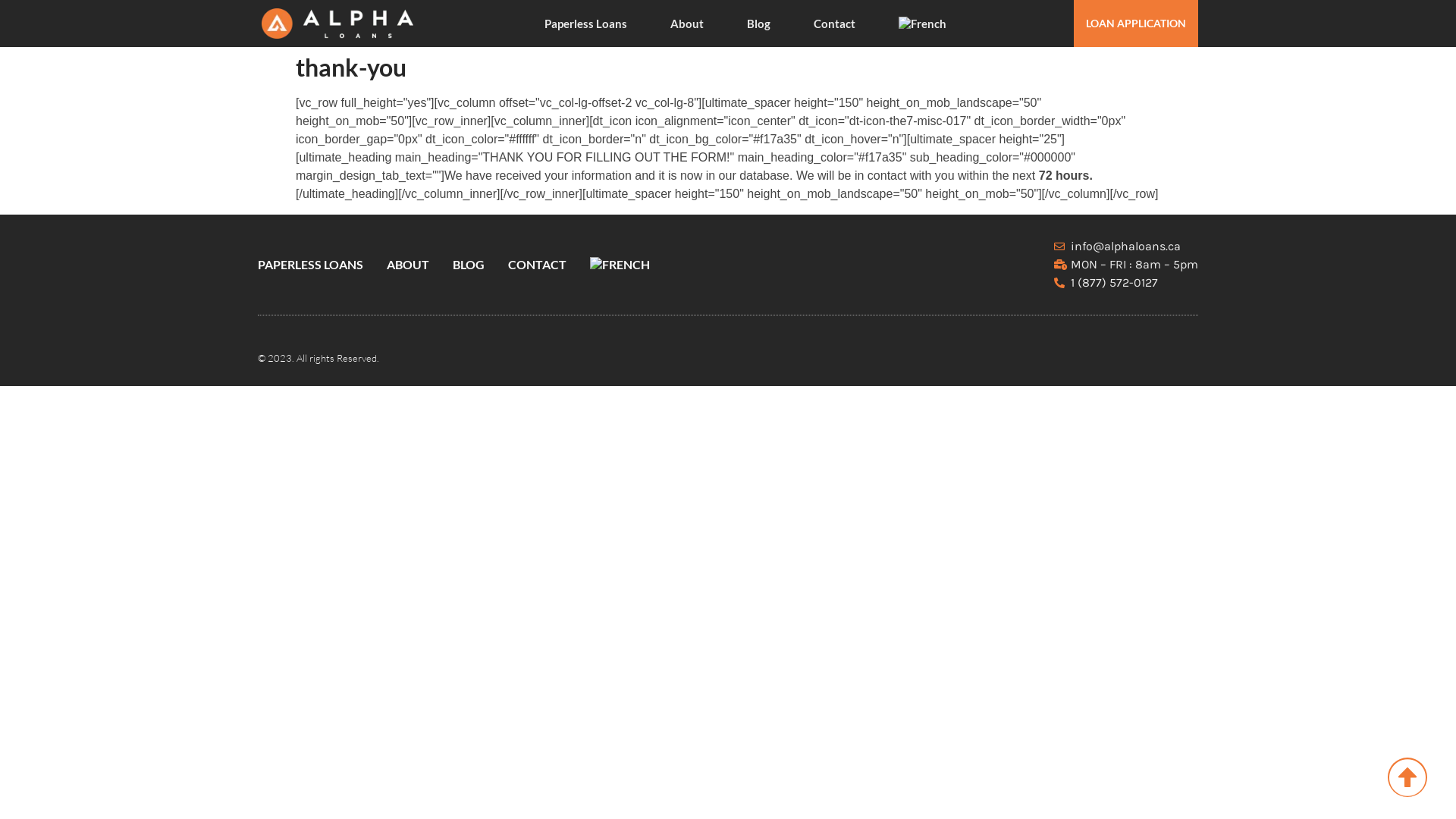 This screenshot has height=819, width=1456. I want to click on 'ABOUT', so click(407, 263).